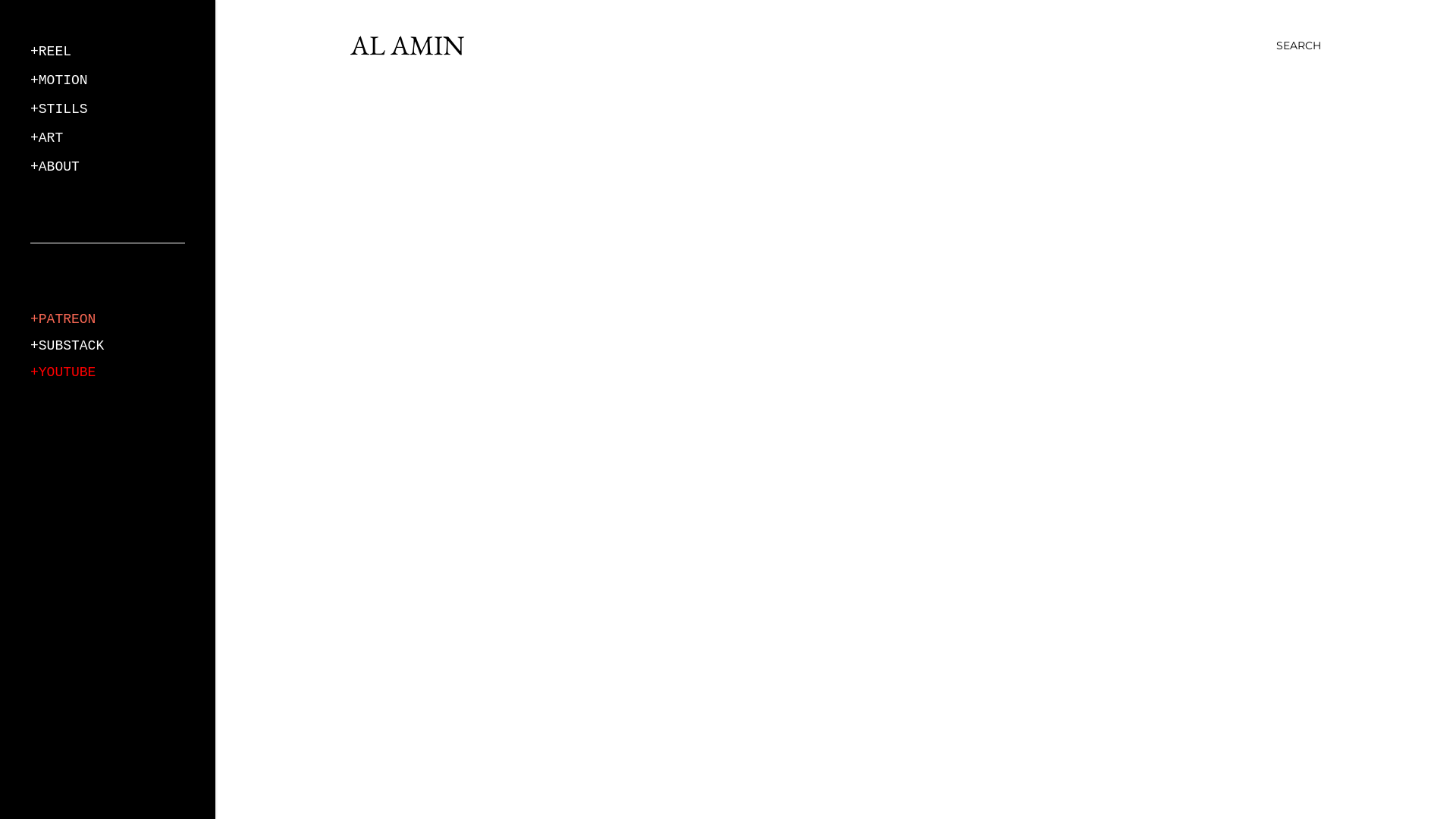 This screenshot has width=1456, height=819. I want to click on '+ABOUT', so click(30, 166).